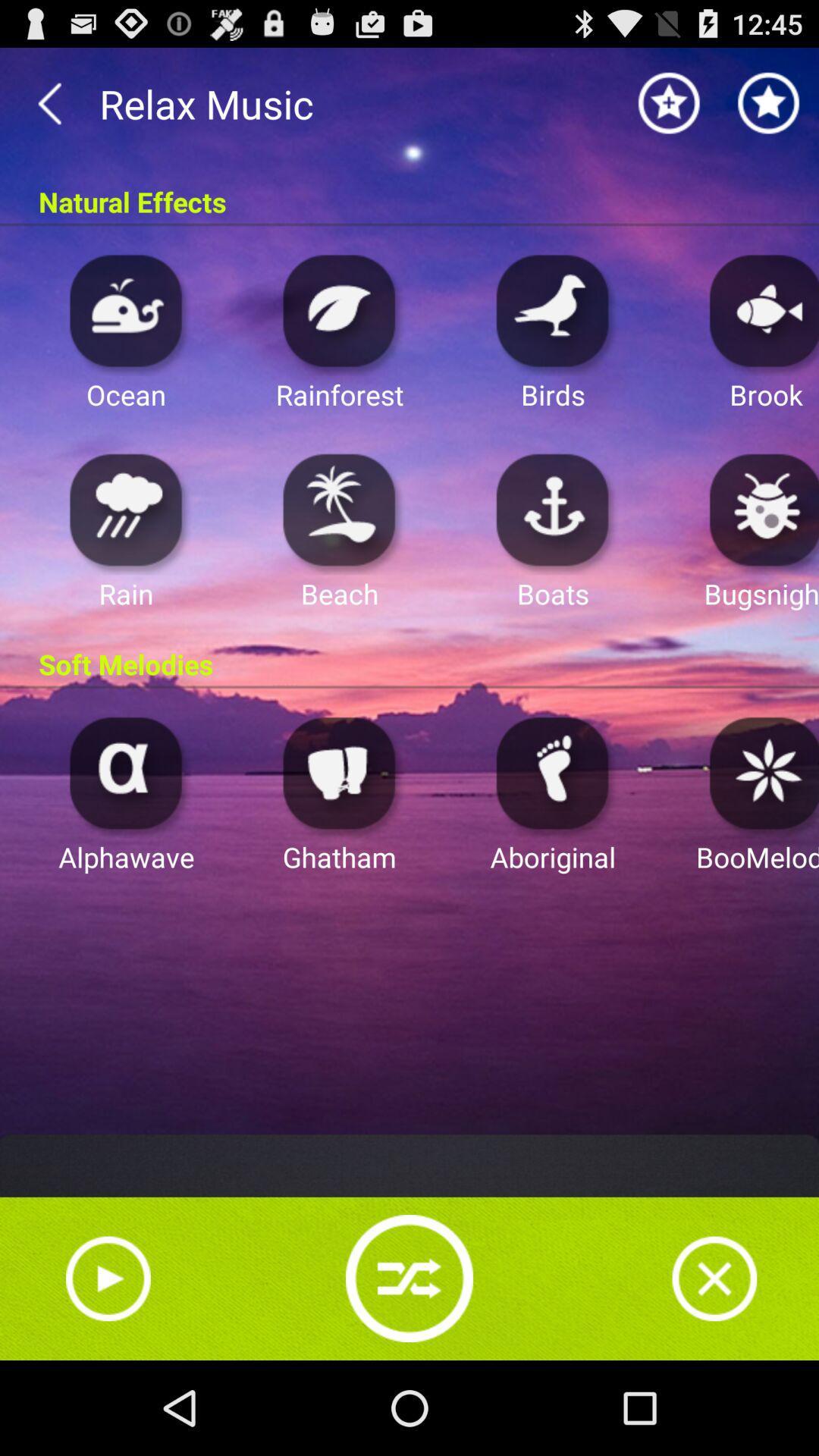 The height and width of the screenshot is (1456, 819). Describe the element at coordinates (714, 1278) in the screenshot. I see `stop` at that location.